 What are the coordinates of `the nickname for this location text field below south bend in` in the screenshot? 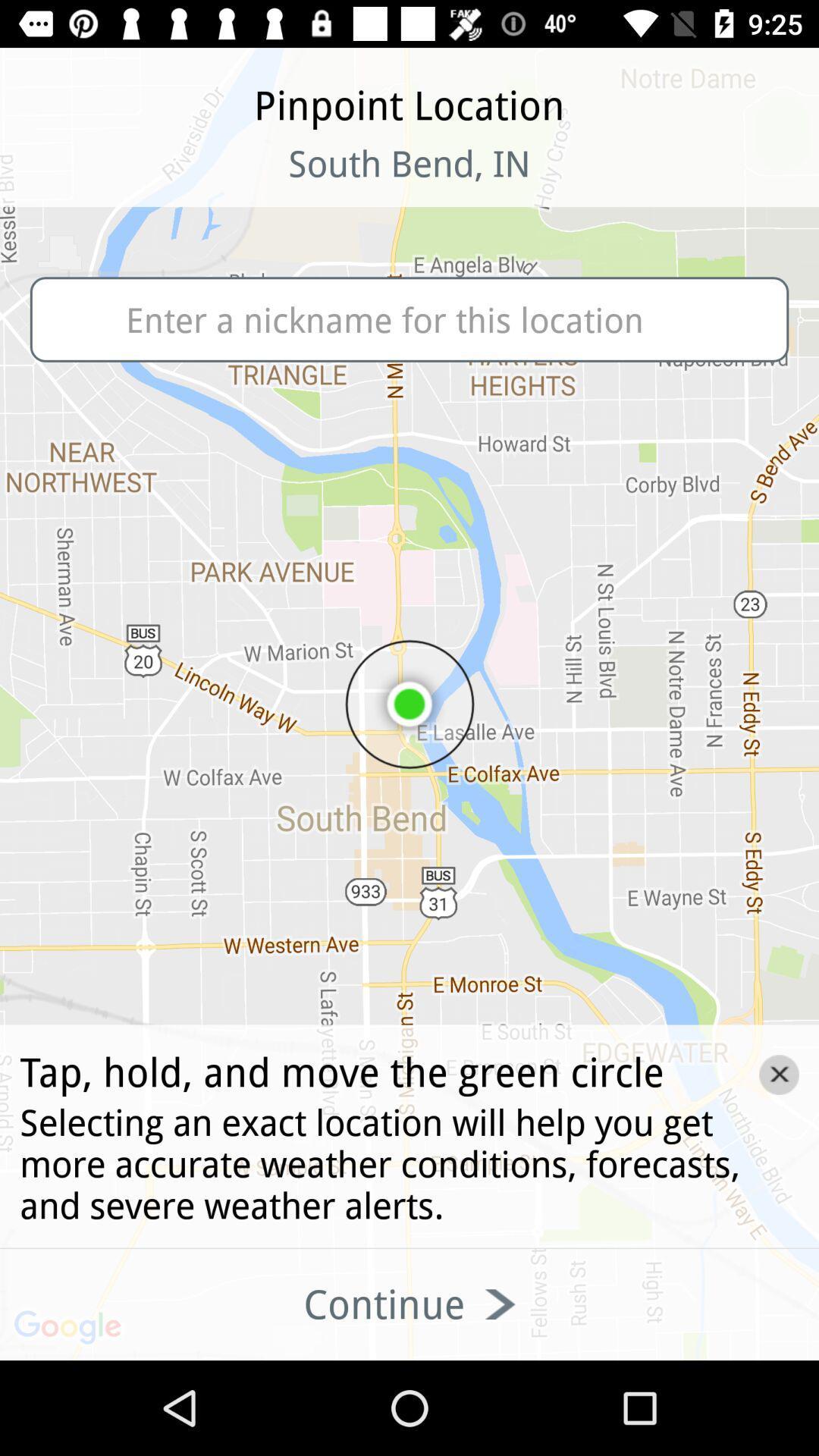 It's located at (409, 318).